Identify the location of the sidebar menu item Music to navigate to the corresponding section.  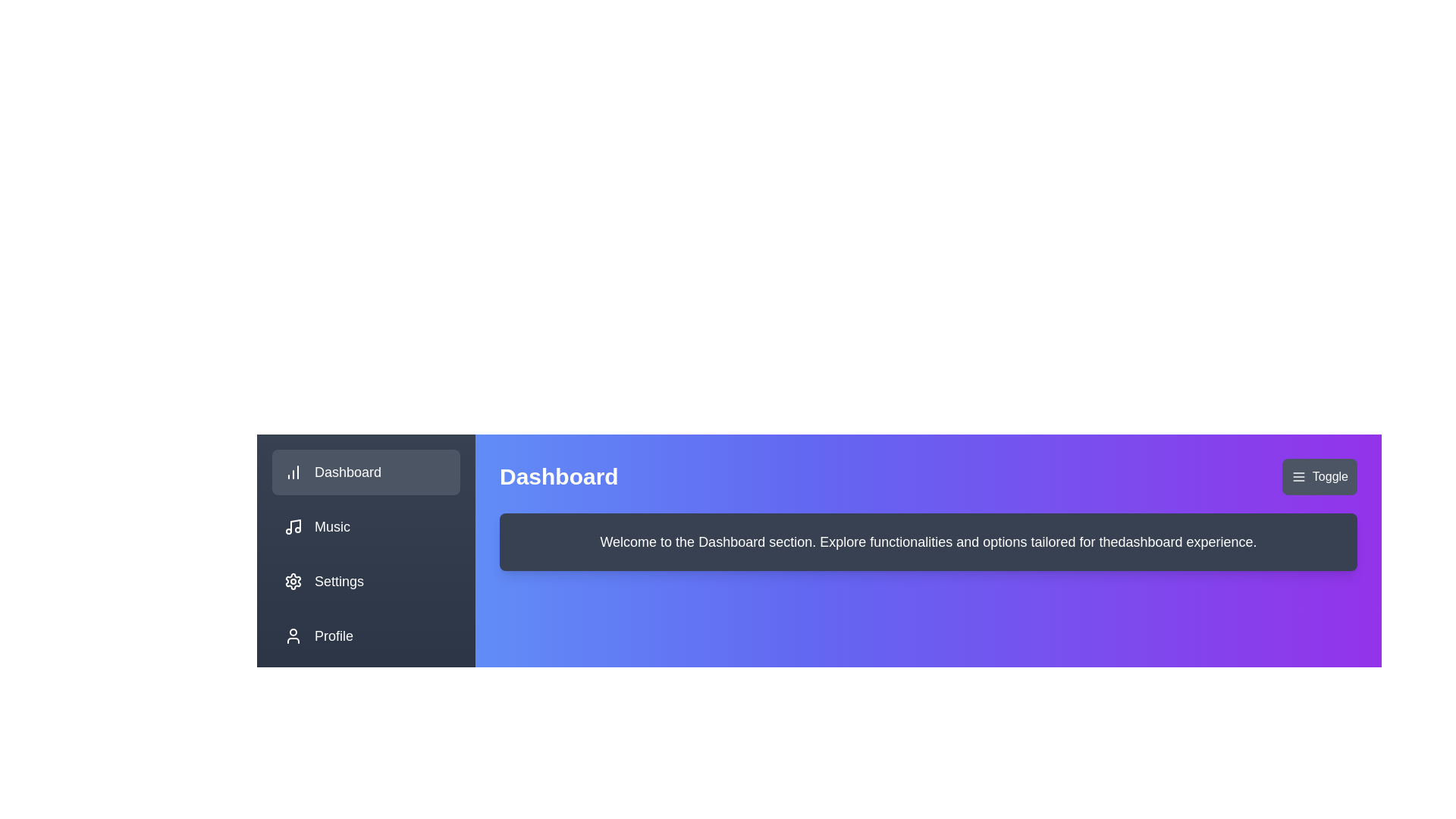
(366, 526).